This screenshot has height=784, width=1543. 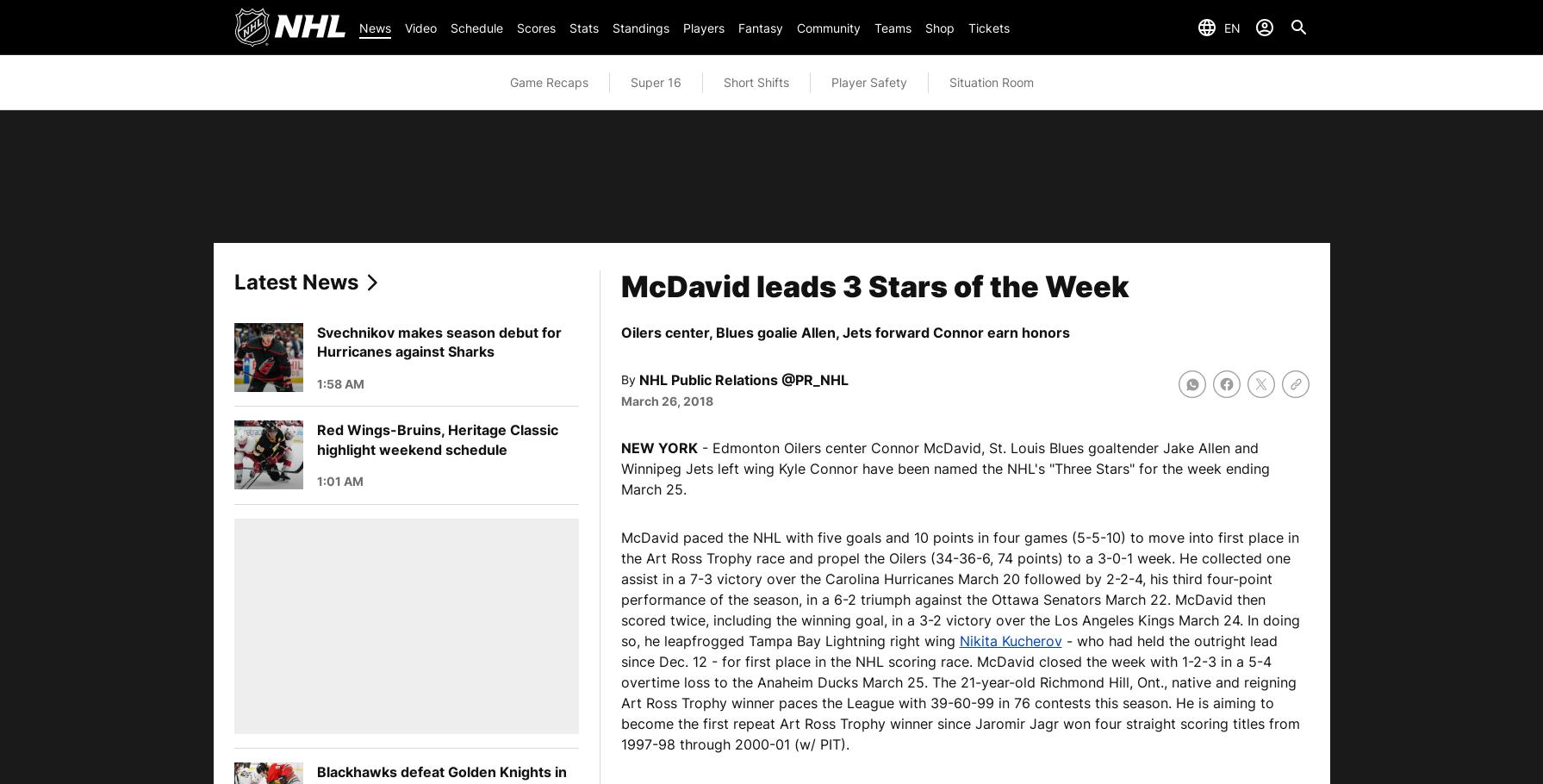 I want to click on 'NEW YORK', so click(x=619, y=446).